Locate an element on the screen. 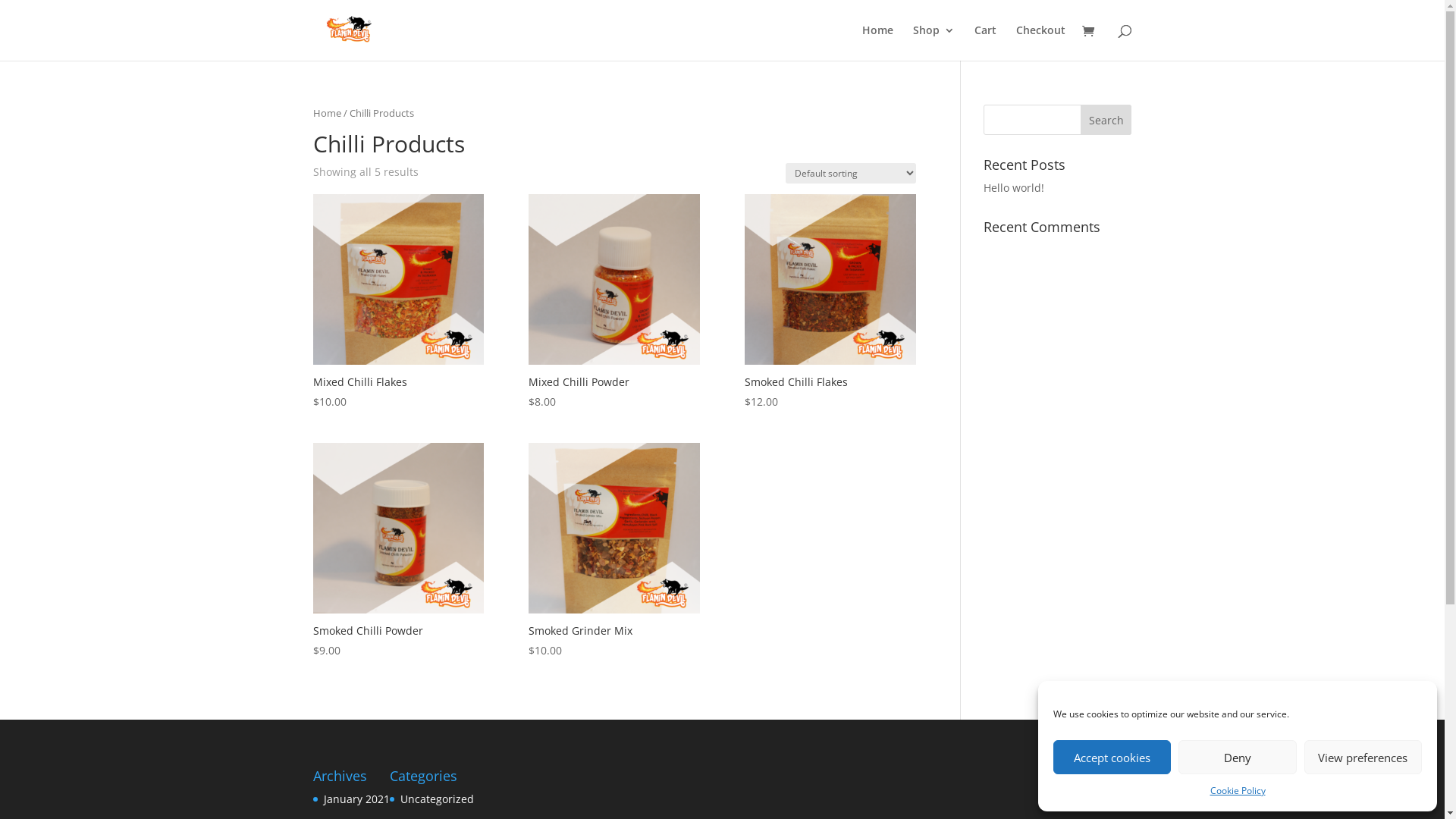 Image resolution: width=1456 pixels, height=819 pixels. 'Smoked Chilli Flakes is located at coordinates (829, 302).